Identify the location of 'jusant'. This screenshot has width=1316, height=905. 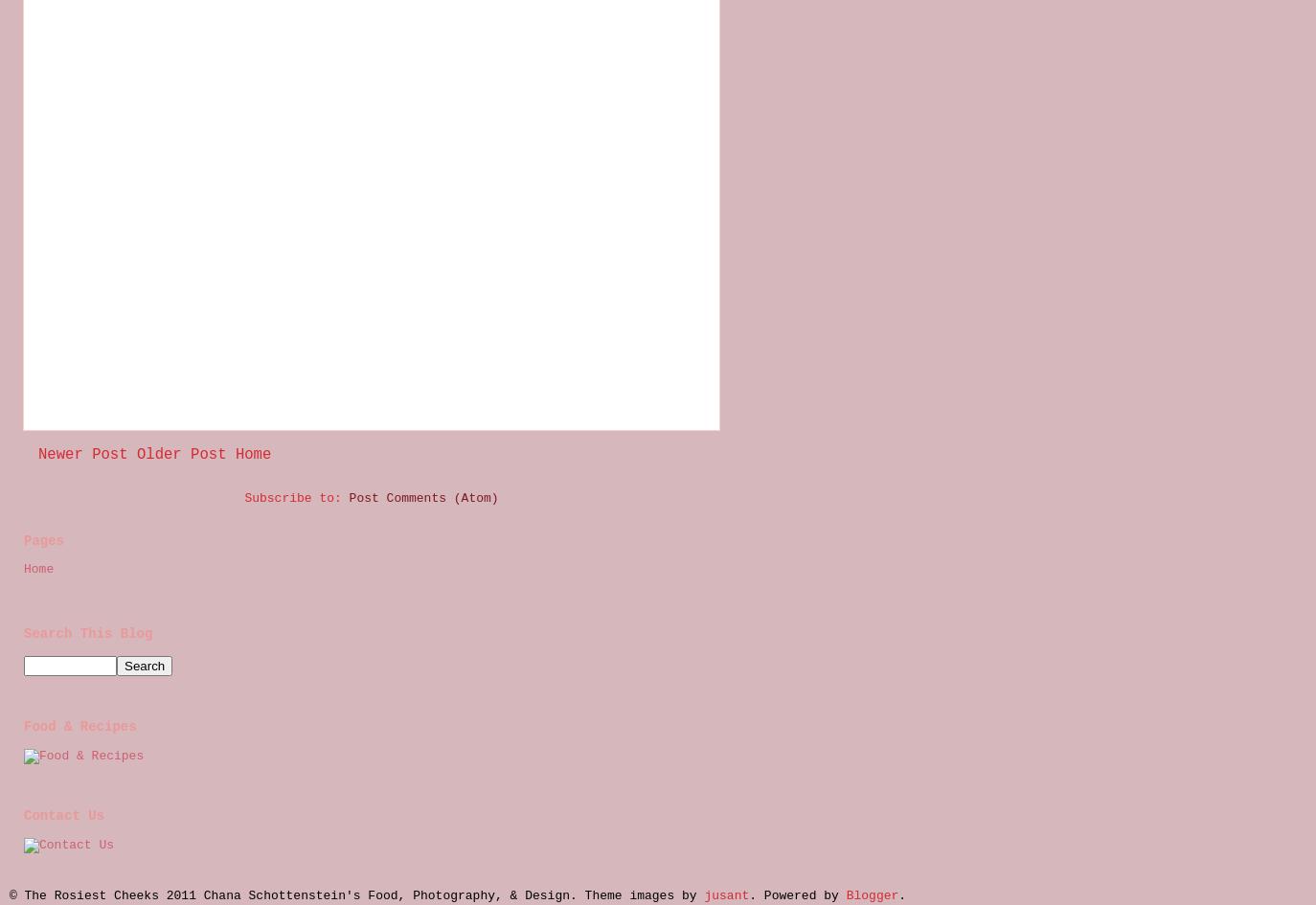
(702, 894).